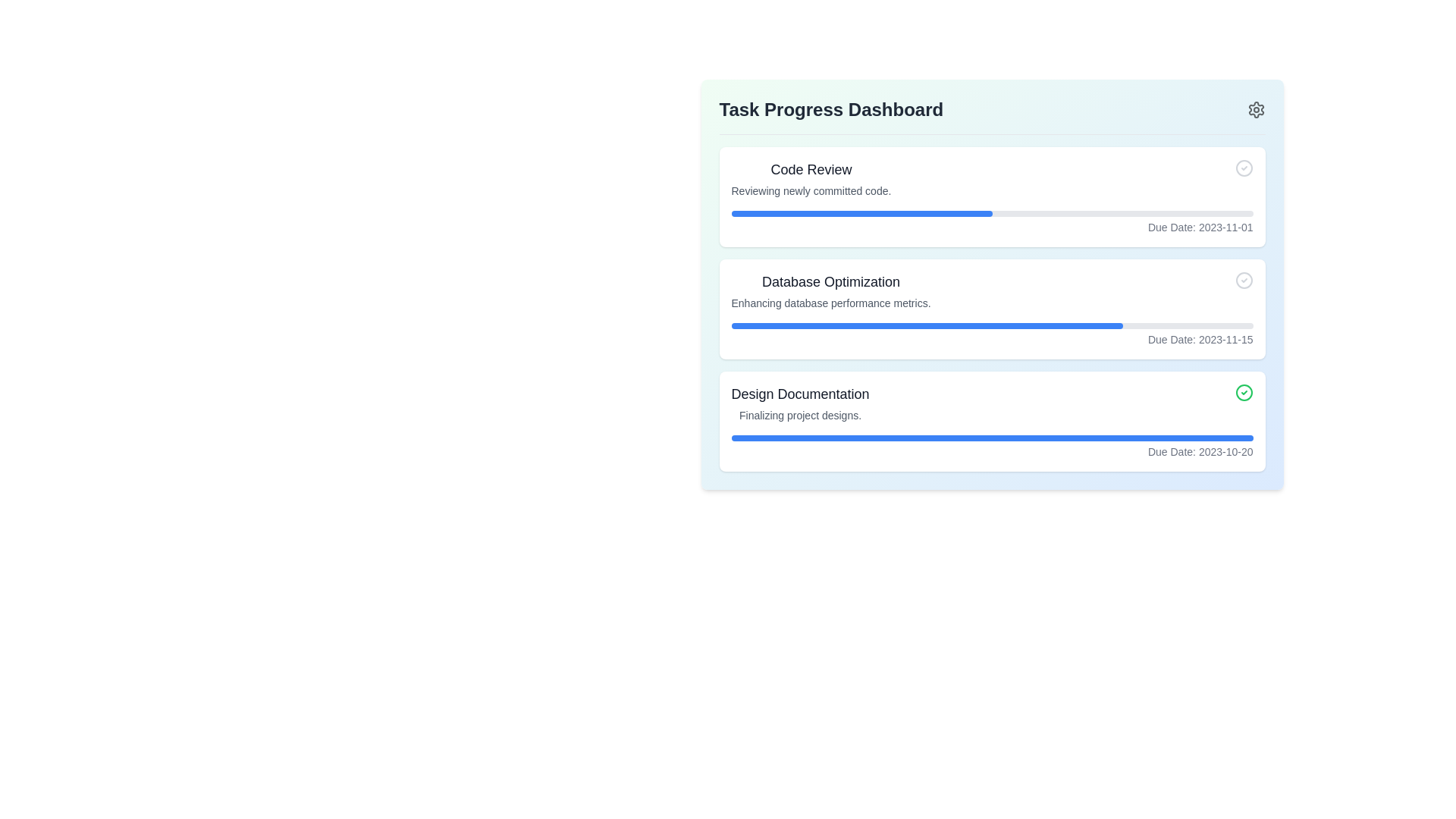  I want to click on the blue horizontal progress bar with rounded ends that represents progress within the 'Code Review' task block, so click(861, 213).